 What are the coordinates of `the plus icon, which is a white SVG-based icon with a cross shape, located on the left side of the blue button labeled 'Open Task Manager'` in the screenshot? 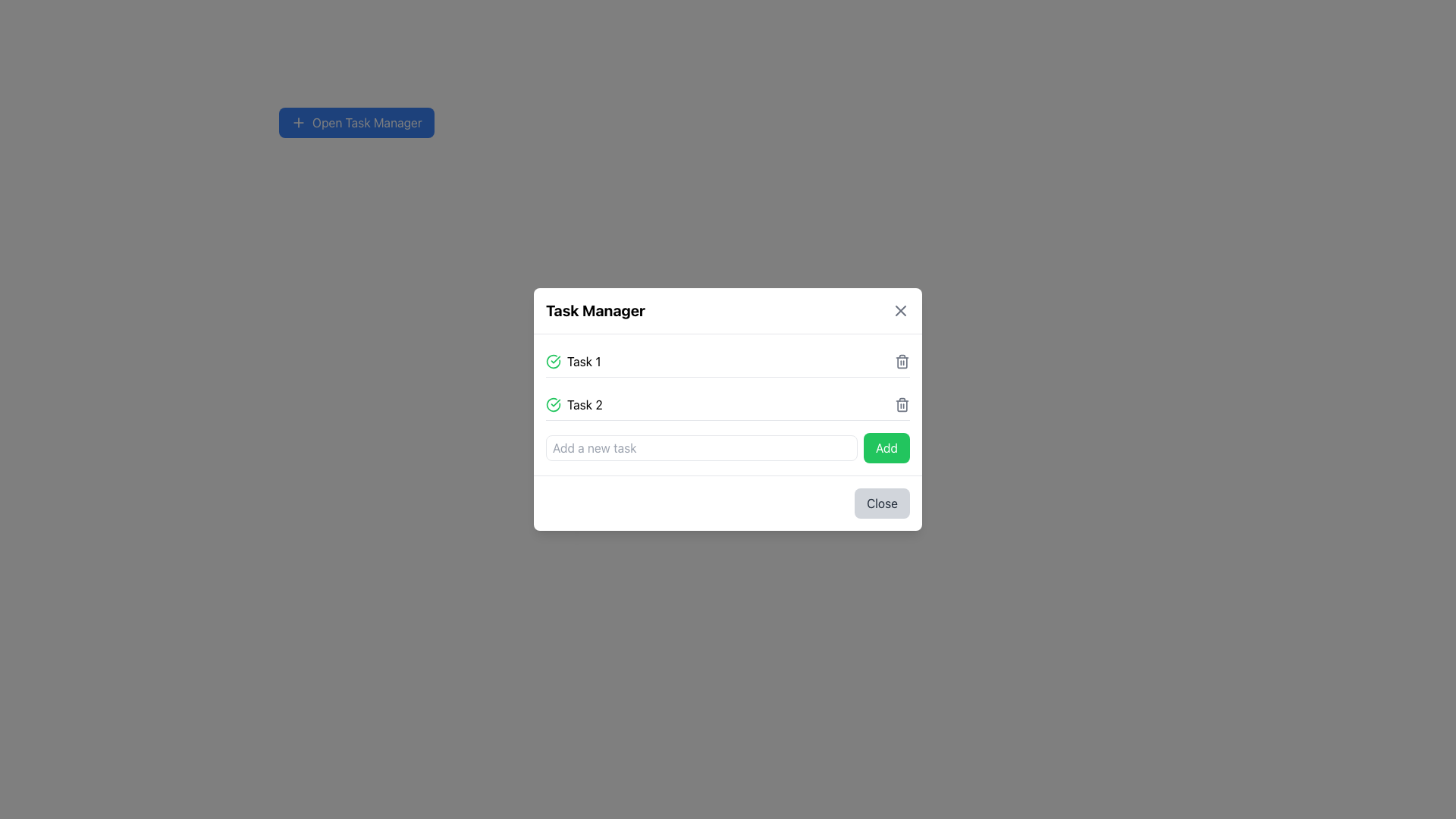 It's located at (298, 122).